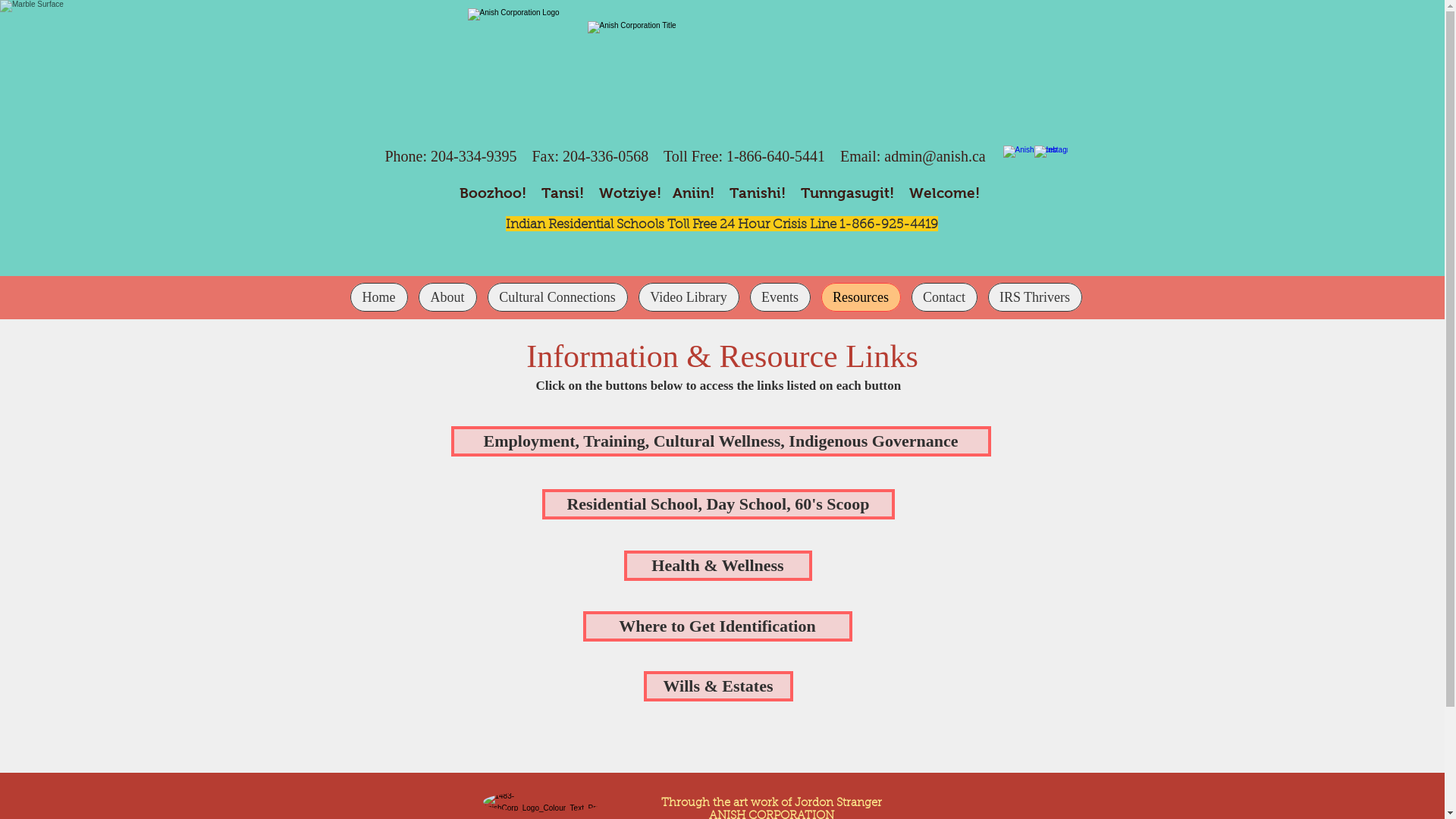  What do you see at coordinates (716, 626) in the screenshot?
I see `'Where to Get Identification'` at bounding box center [716, 626].